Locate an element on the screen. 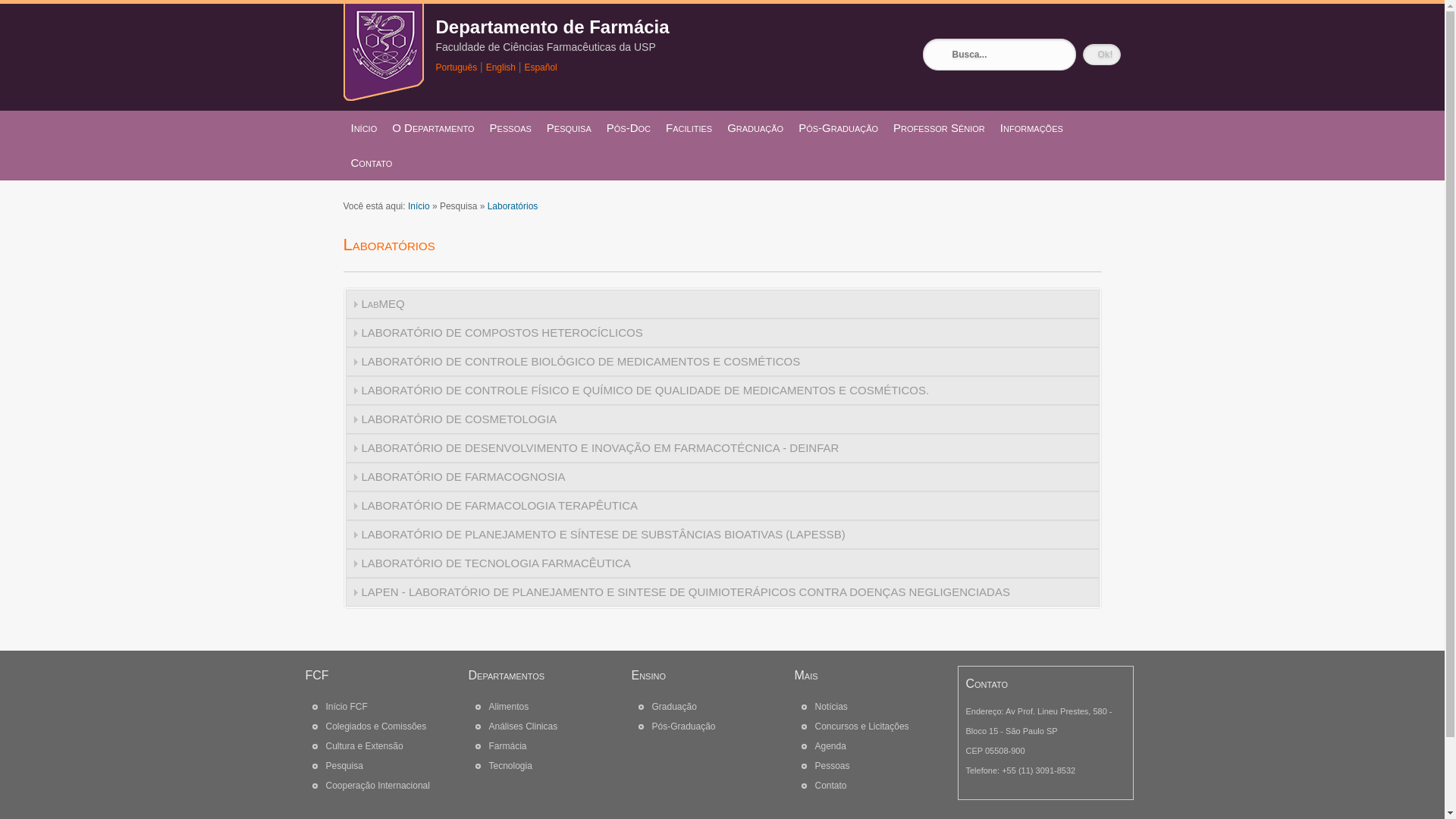  'Contato' is located at coordinates (829, 785).